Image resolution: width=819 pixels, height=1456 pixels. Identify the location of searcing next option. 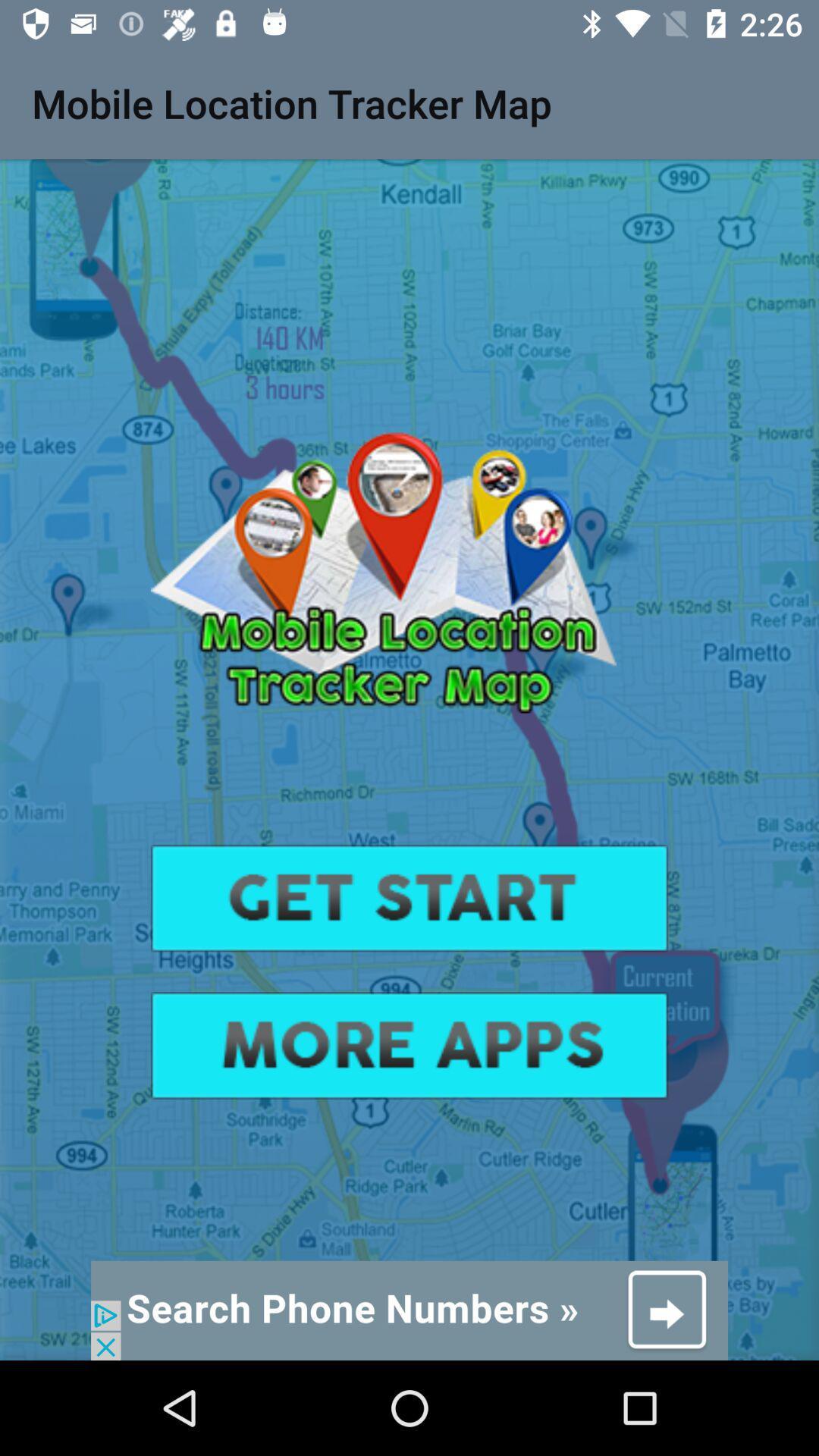
(409, 1310).